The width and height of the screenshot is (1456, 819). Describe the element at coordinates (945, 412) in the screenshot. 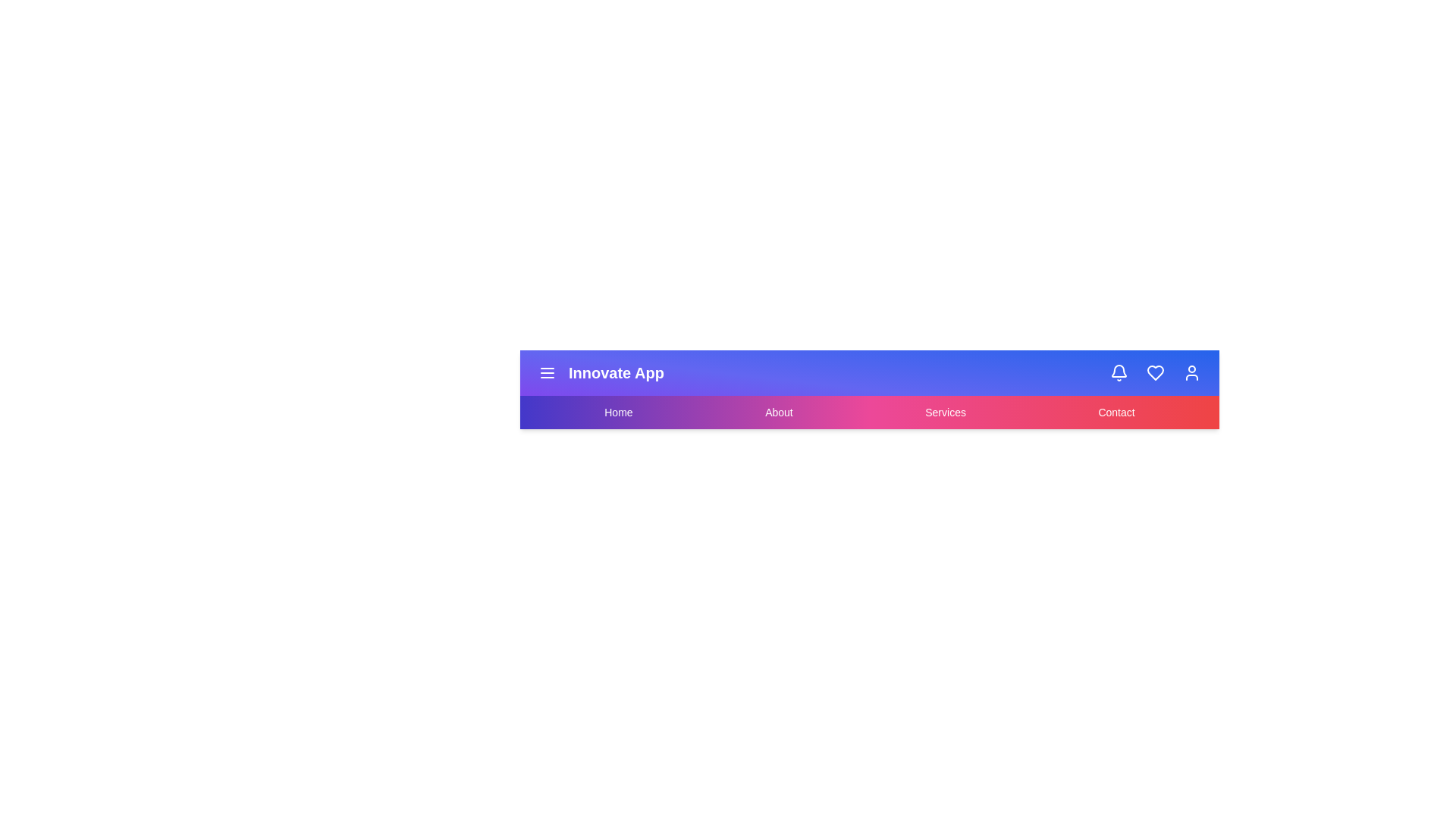

I see `the interactive element Services Link` at that location.